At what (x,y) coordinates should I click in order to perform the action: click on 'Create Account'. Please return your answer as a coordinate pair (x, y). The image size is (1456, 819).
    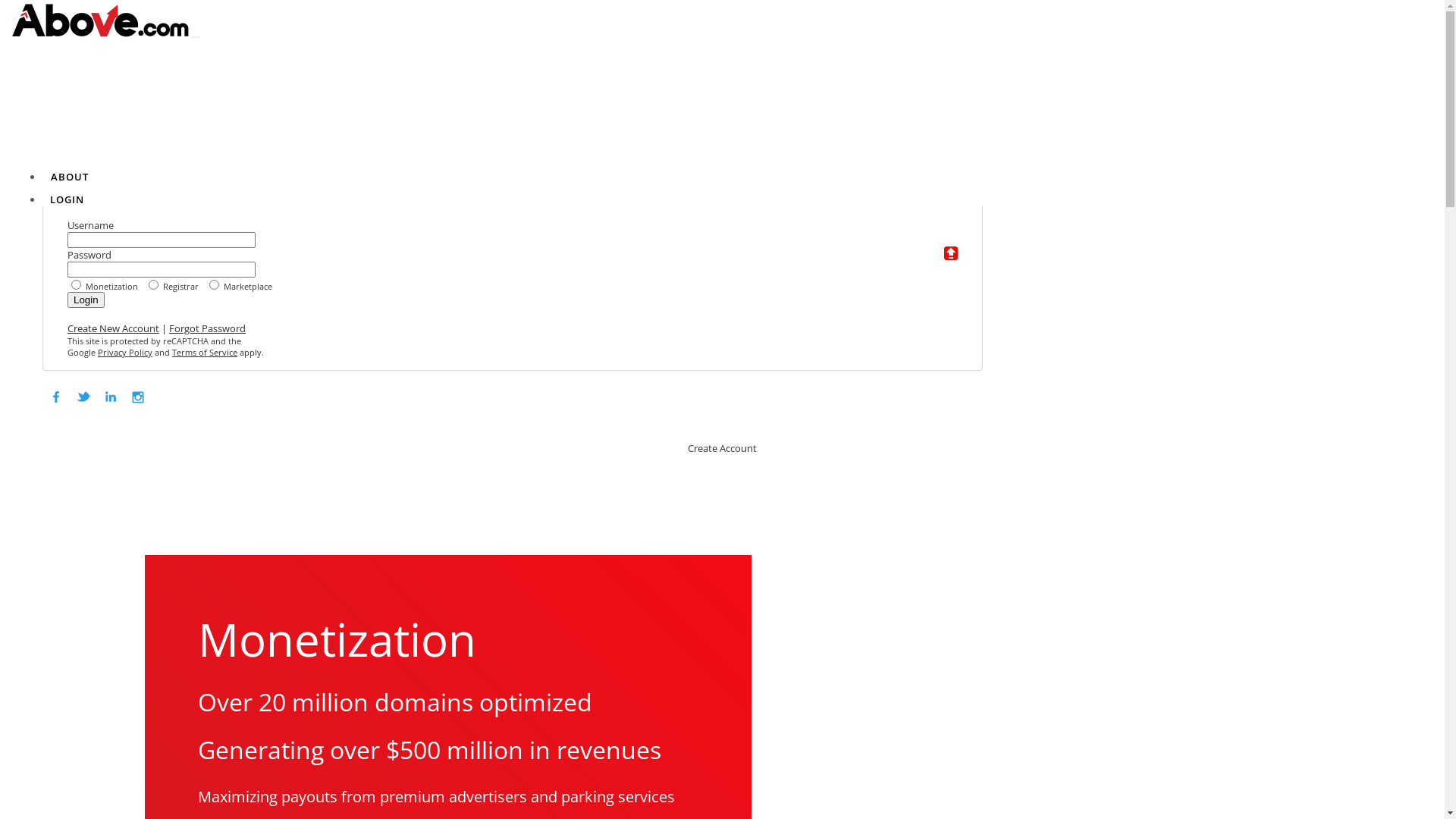
    Looking at the image, I should click on (687, 447).